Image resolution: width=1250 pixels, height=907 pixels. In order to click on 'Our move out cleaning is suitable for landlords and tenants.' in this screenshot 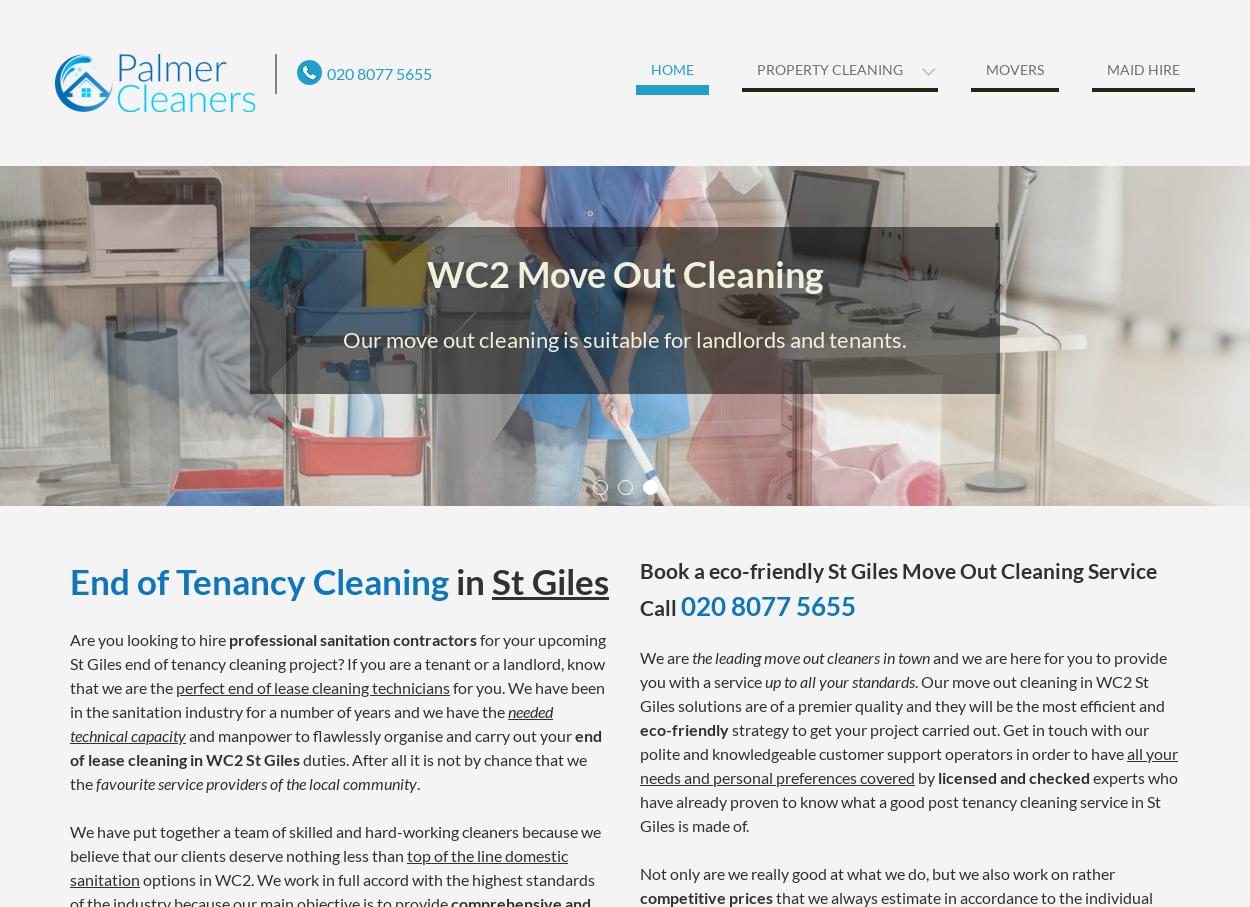, I will do `click(625, 338)`.